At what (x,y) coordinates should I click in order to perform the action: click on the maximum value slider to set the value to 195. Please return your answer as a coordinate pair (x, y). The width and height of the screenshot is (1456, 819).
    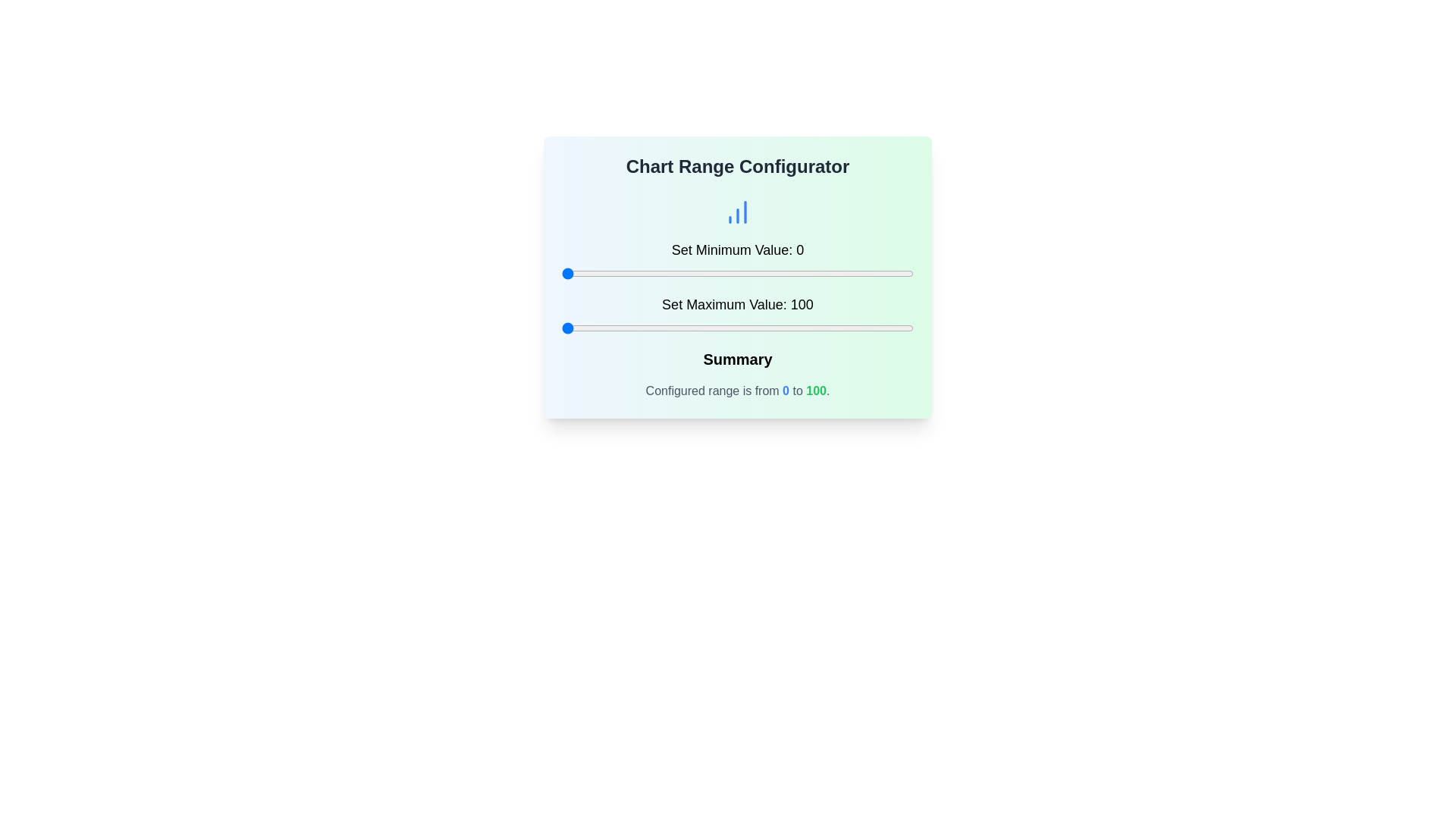
    Looking at the image, I should click on (896, 327).